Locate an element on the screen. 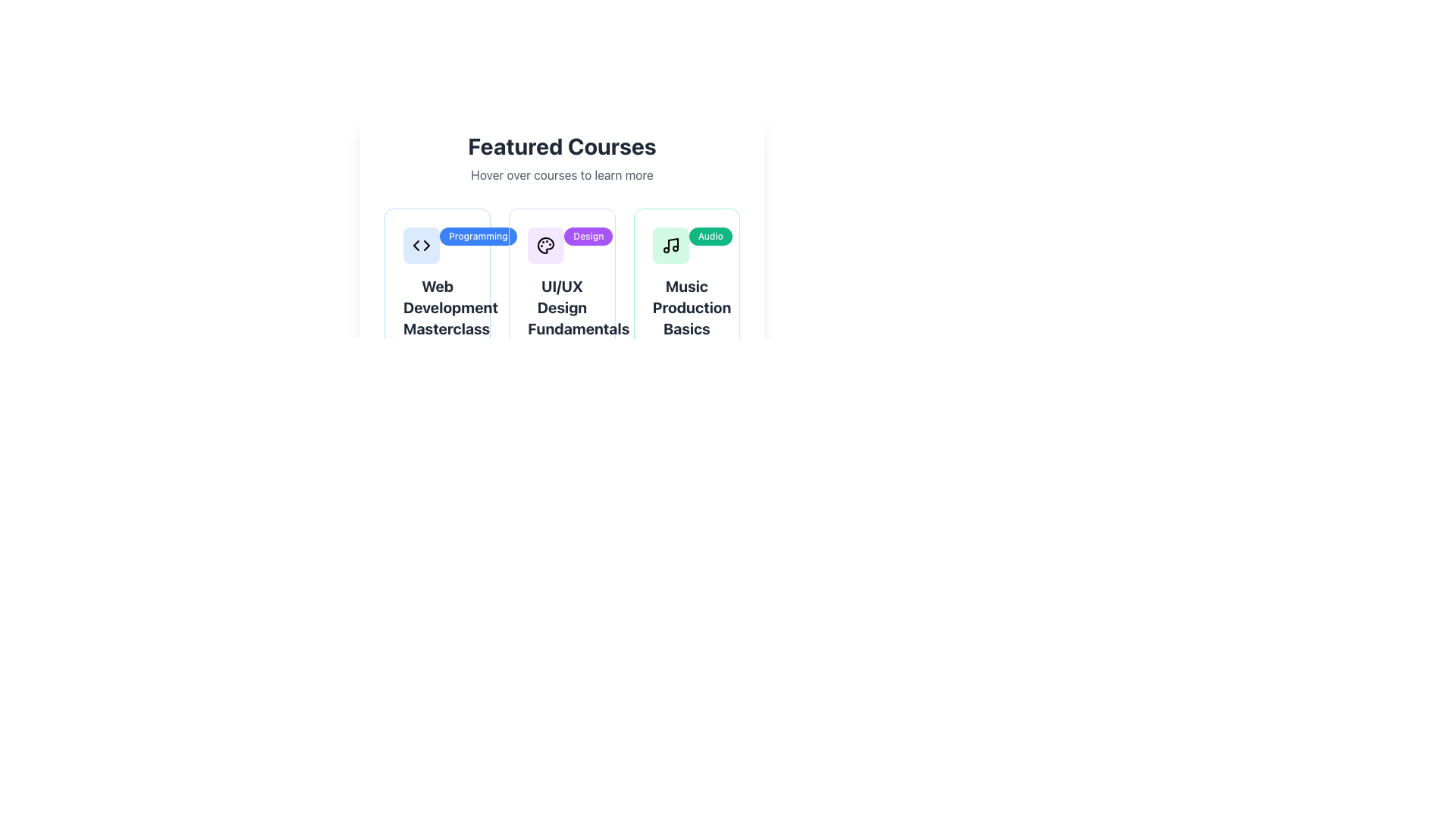  the left-pointing arrowhead icon located at the top-left corner of the 'Web Development Masterclass' card, which has a thick outline and angular design is located at coordinates (416, 245).